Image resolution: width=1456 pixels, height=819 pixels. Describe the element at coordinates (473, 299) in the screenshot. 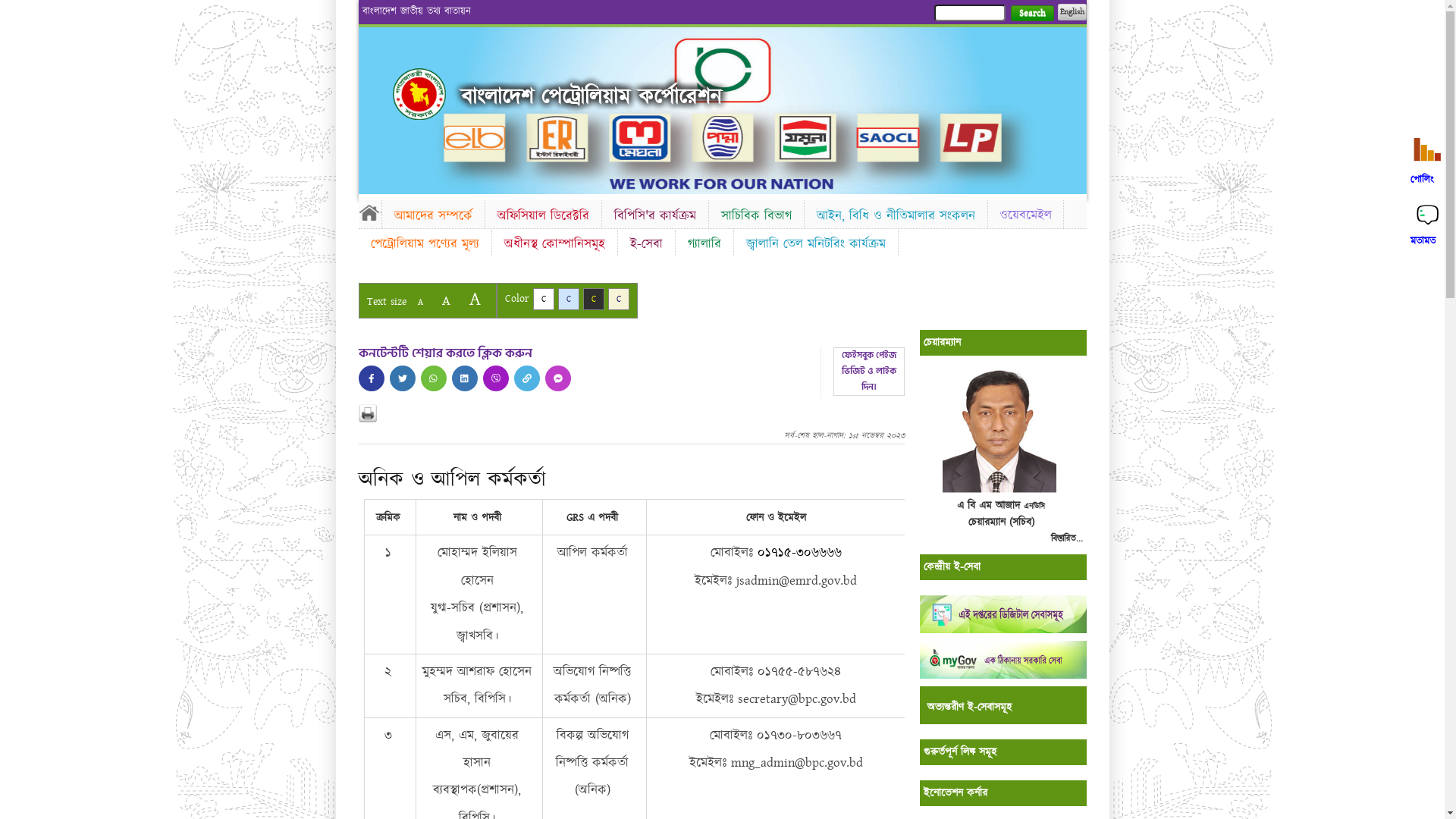

I see `'A'` at that location.